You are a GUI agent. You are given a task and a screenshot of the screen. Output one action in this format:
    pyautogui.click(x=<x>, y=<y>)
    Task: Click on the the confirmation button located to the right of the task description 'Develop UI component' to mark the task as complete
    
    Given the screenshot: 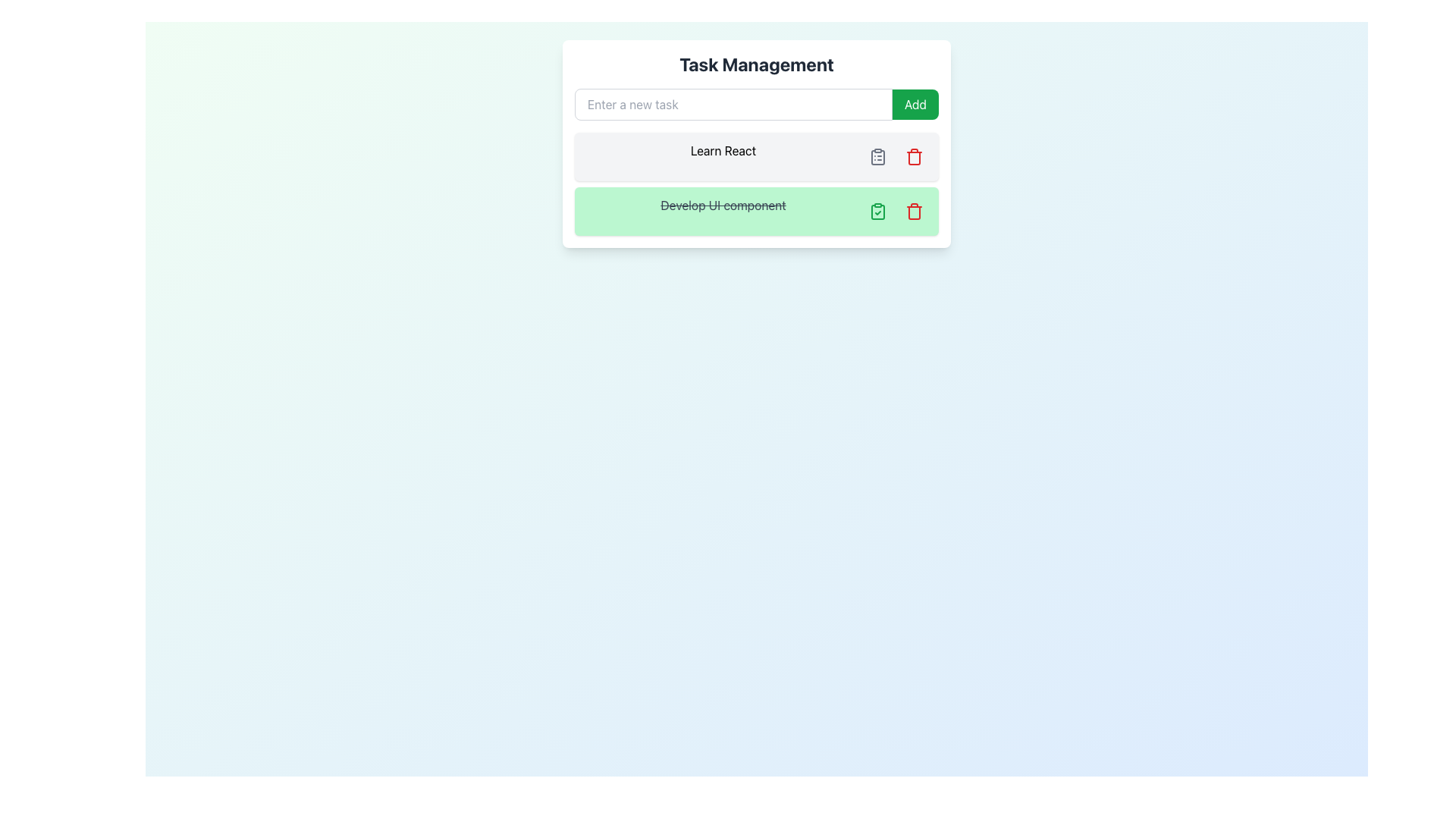 What is the action you would take?
    pyautogui.click(x=877, y=211)
    